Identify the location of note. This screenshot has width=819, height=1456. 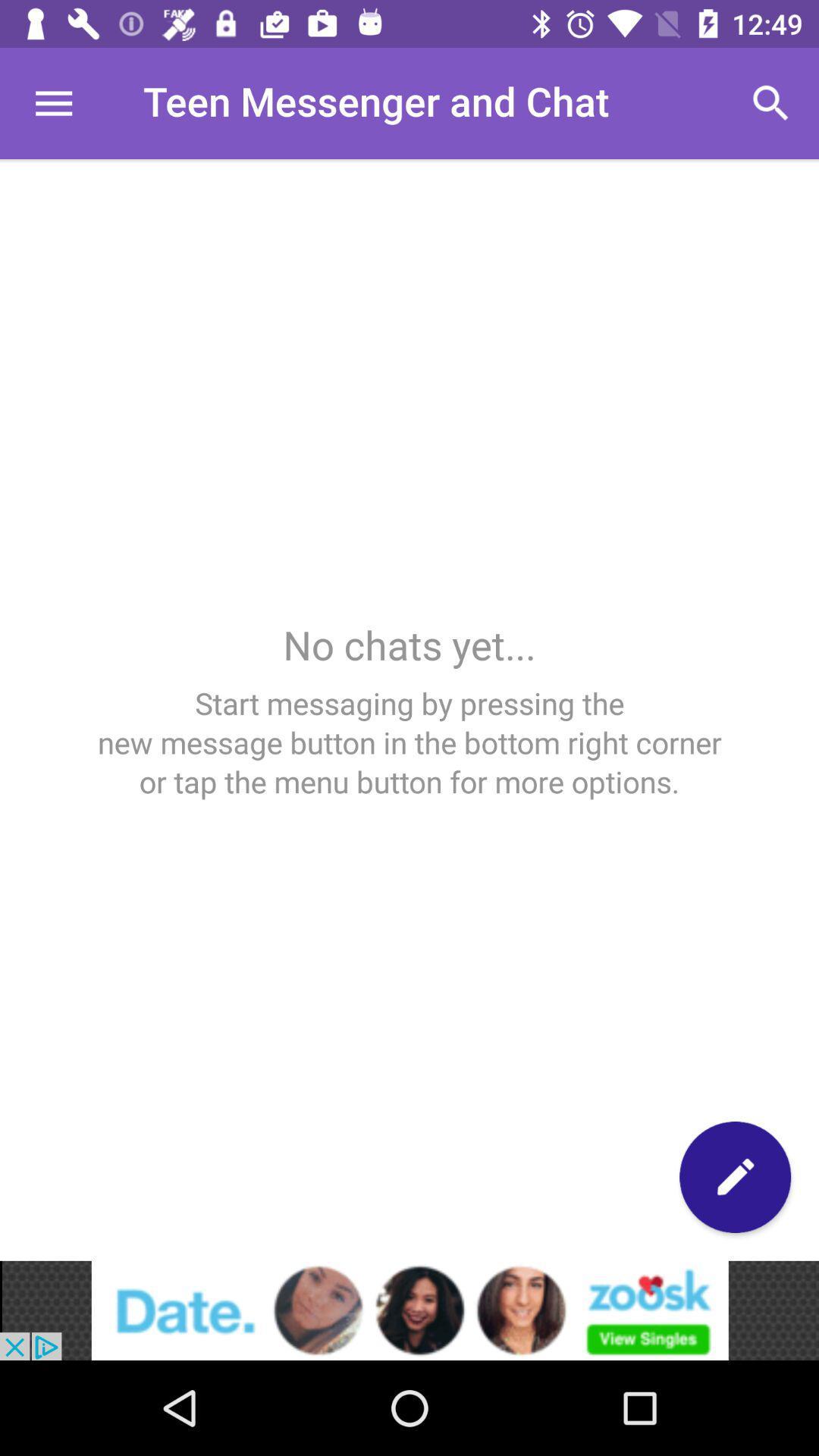
(734, 1176).